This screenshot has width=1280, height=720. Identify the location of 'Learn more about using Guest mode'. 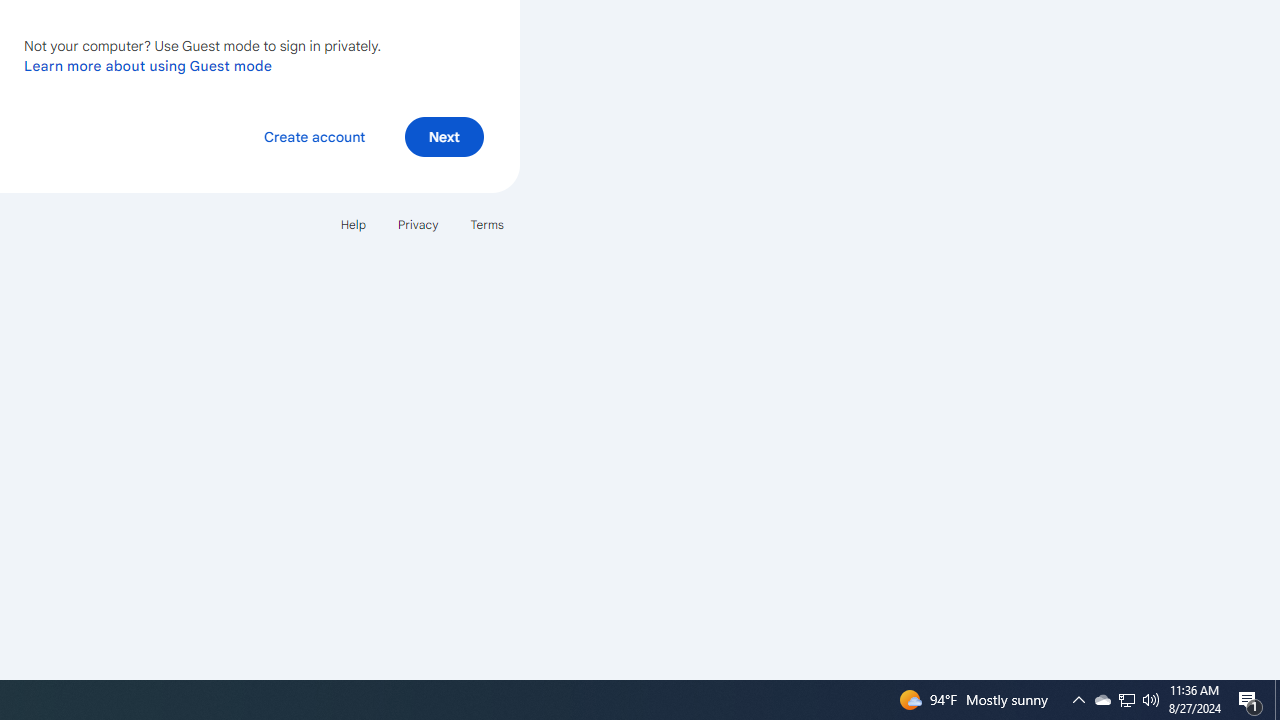
(147, 64).